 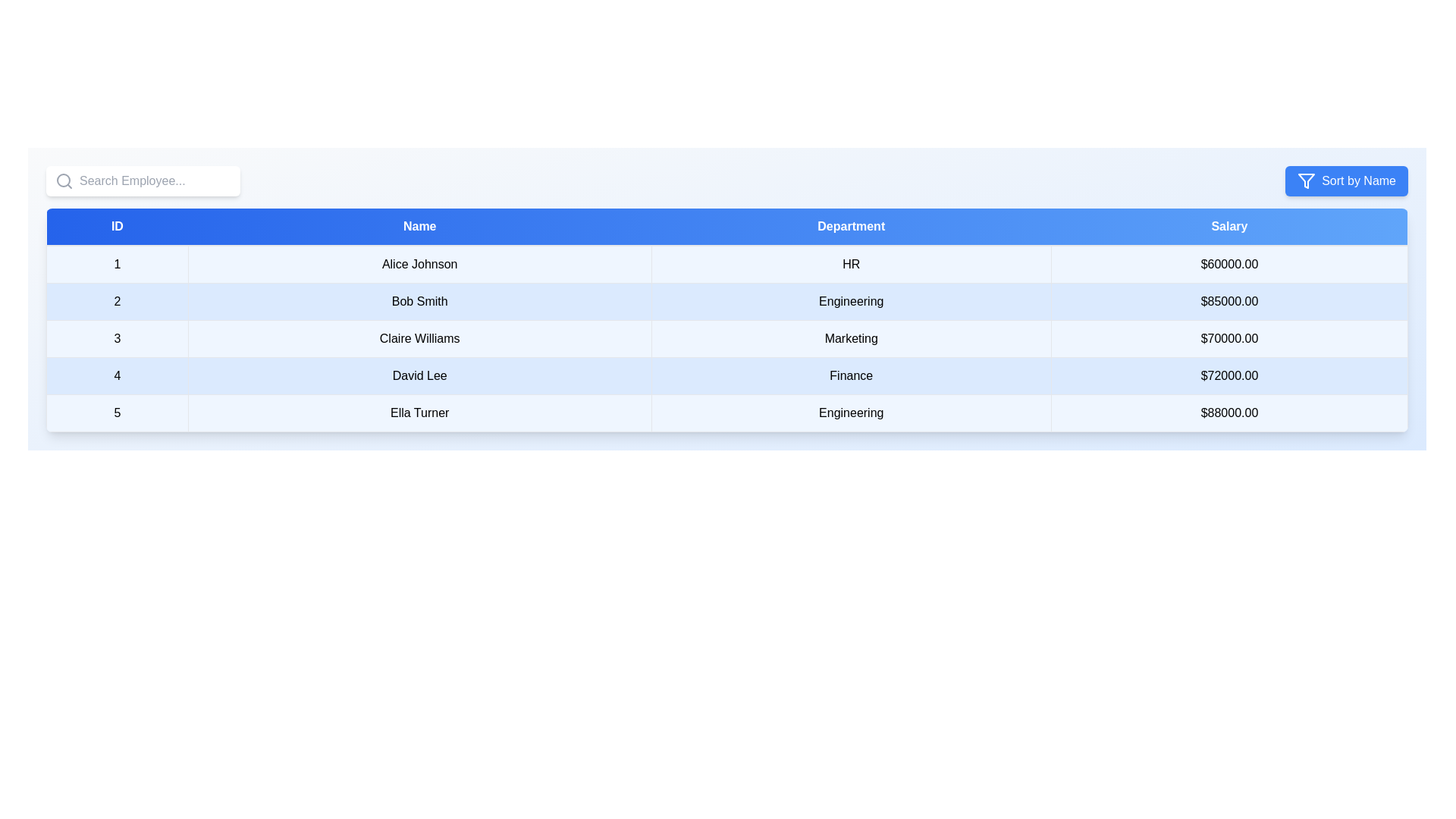 I want to click on the table cell containing the numeric value '1' located in the first row and first column of the table, so click(x=116, y=263).